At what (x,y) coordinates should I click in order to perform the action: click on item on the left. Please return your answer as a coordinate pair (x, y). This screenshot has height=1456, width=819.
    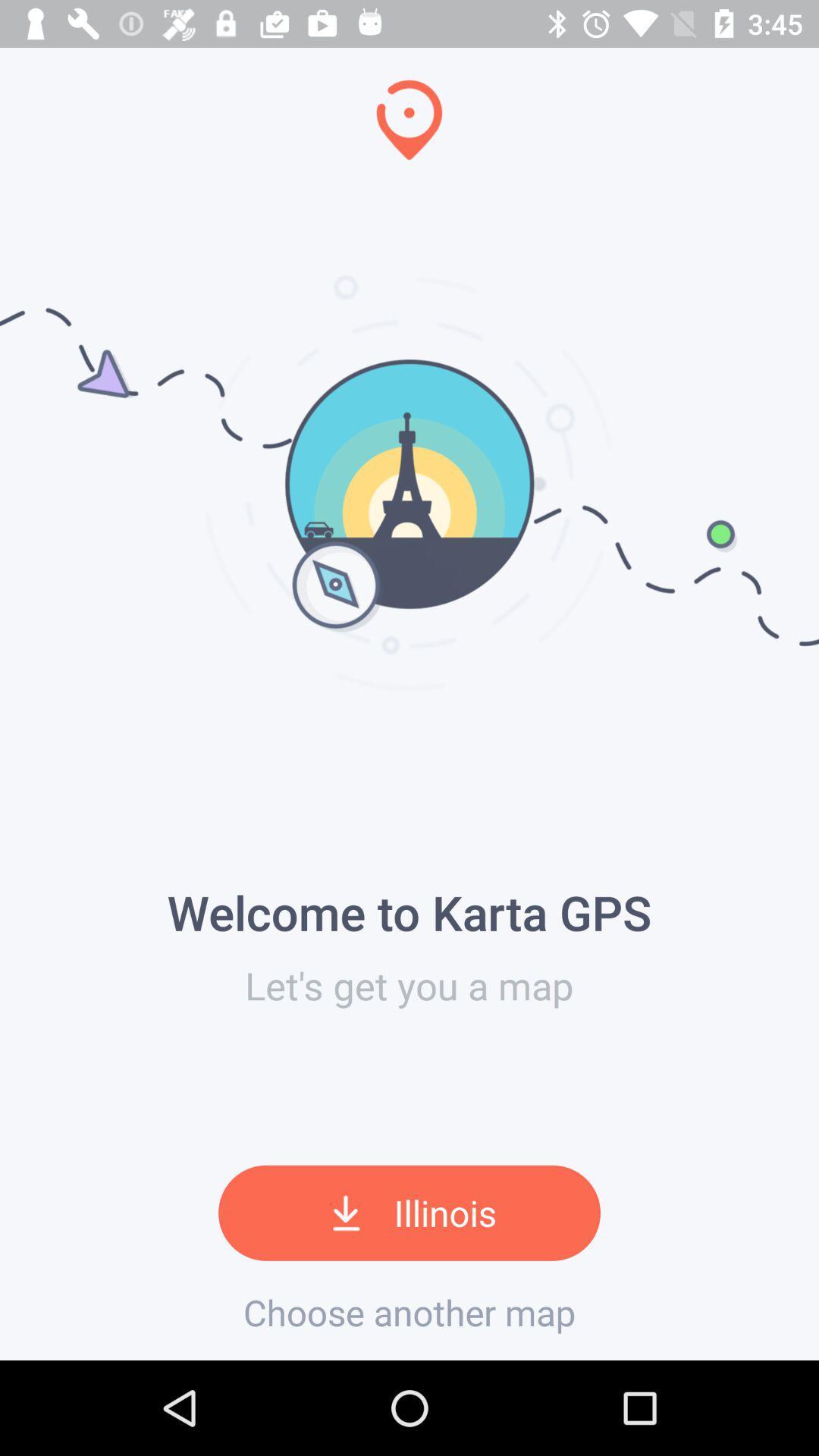
    Looking at the image, I should click on (5, 679).